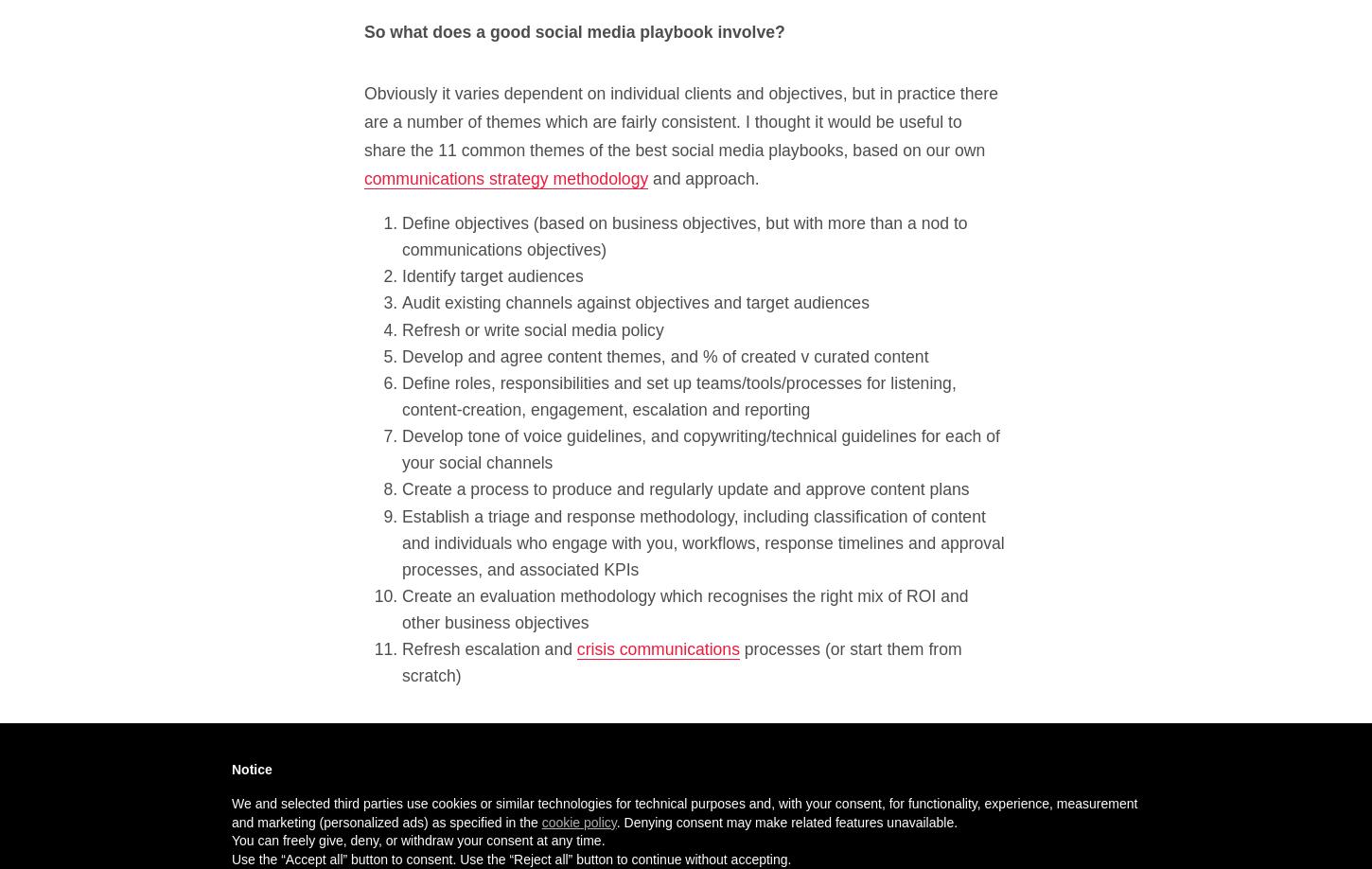  Describe the element at coordinates (683, 609) in the screenshot. I see `'Create an evaluation methodology which recognises the right mix of ROI and other business objectives'` at that location.